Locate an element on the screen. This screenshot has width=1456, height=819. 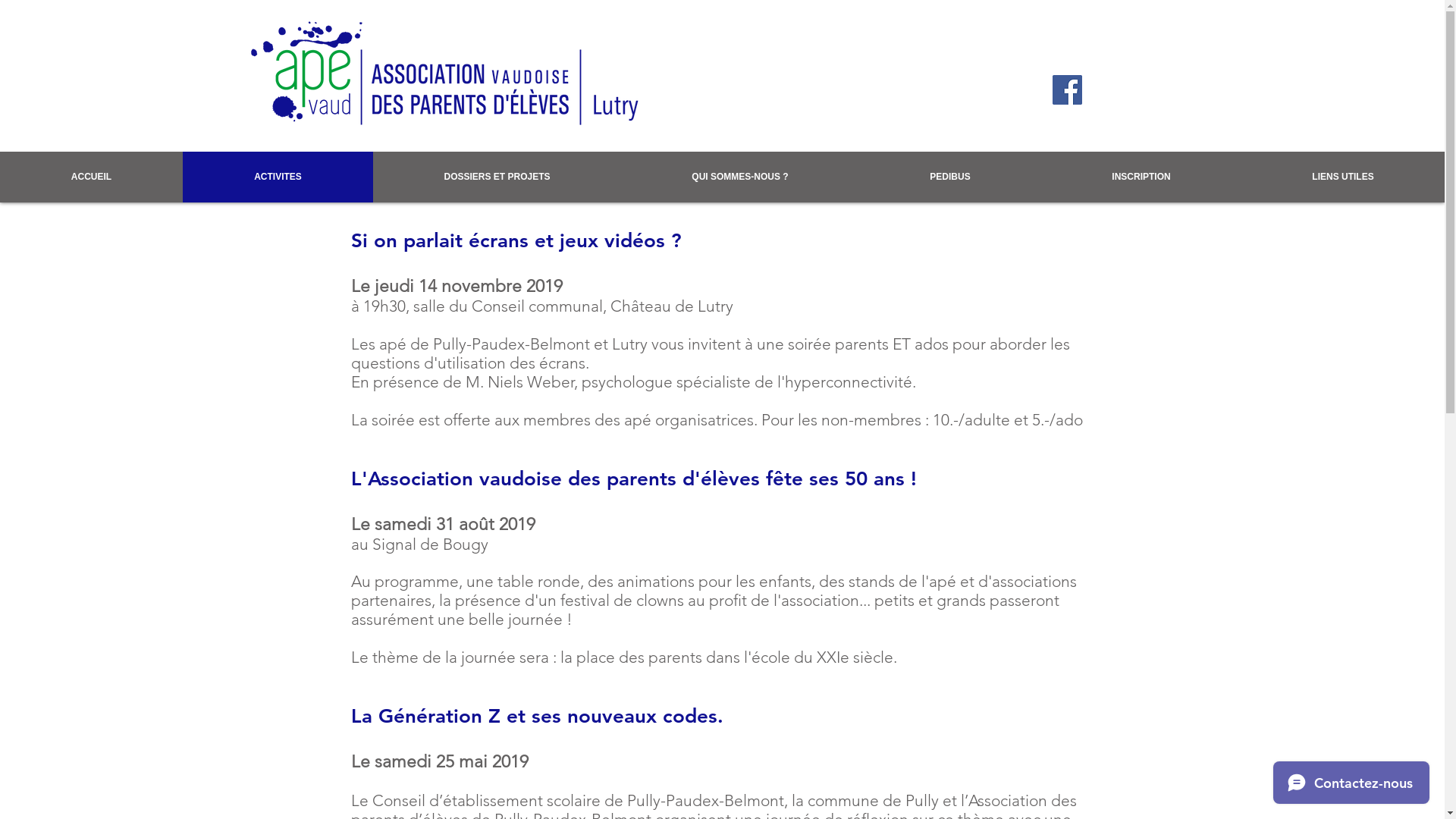
'QUI SOMMES-NOUS ?' is located at coordinates (739, 176).